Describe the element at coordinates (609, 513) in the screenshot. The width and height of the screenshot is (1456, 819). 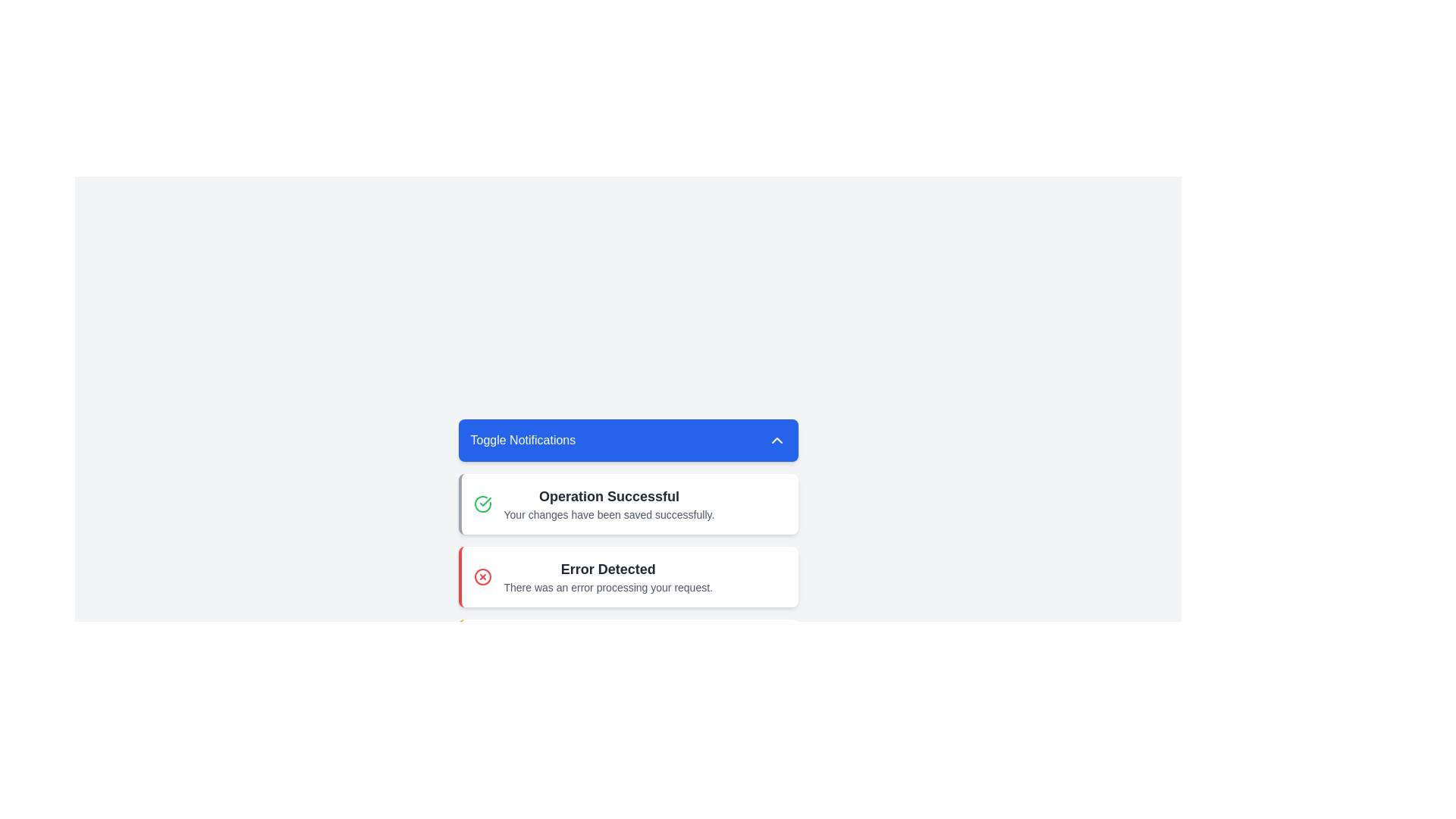
I see `the text label that reads 'Your changes have been saved successfully.' which is located below the bold text 'Operation Successful' in the notification box` at that location.